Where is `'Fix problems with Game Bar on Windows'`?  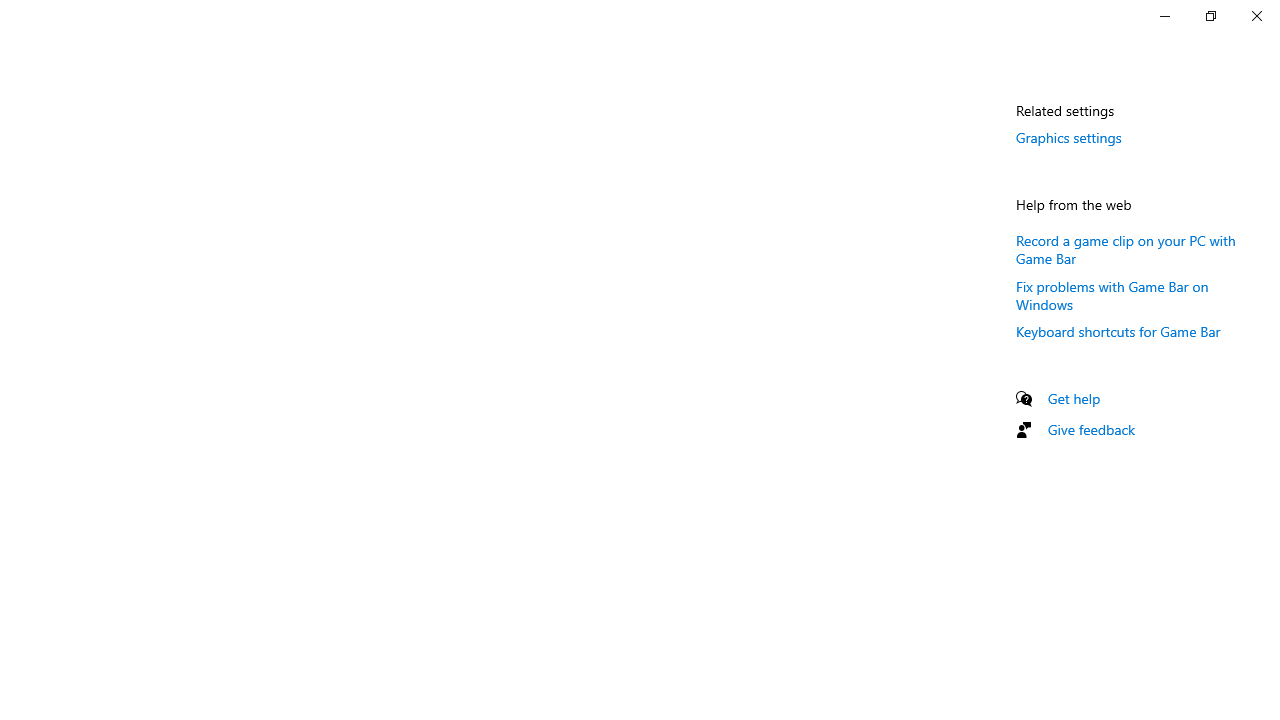
'Fix problems with Game Bar on Windows' is located at coordinates (1111, 294).